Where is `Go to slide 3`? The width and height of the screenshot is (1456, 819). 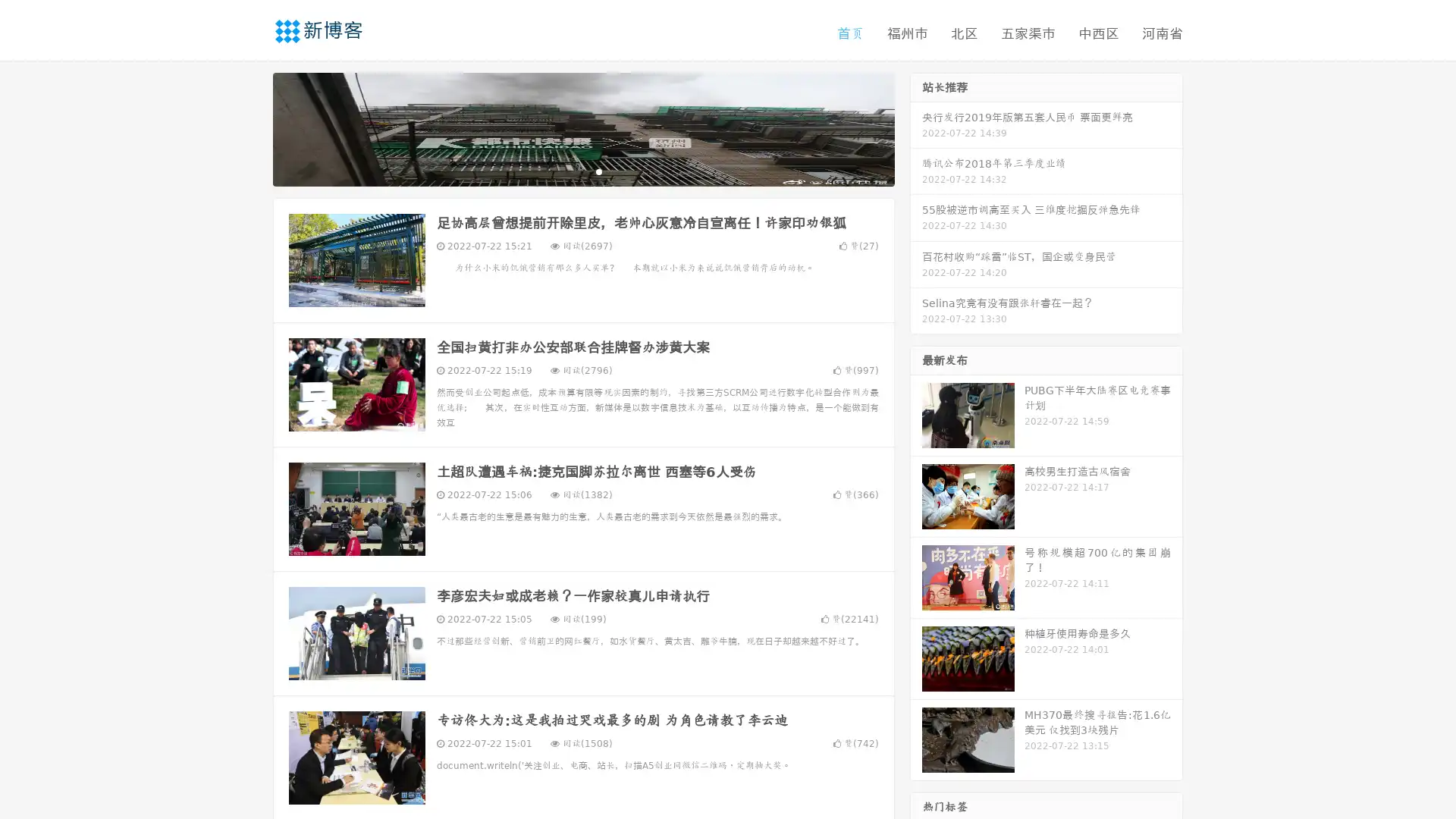 Go to slide 3 is located at coordinates (598, 171).